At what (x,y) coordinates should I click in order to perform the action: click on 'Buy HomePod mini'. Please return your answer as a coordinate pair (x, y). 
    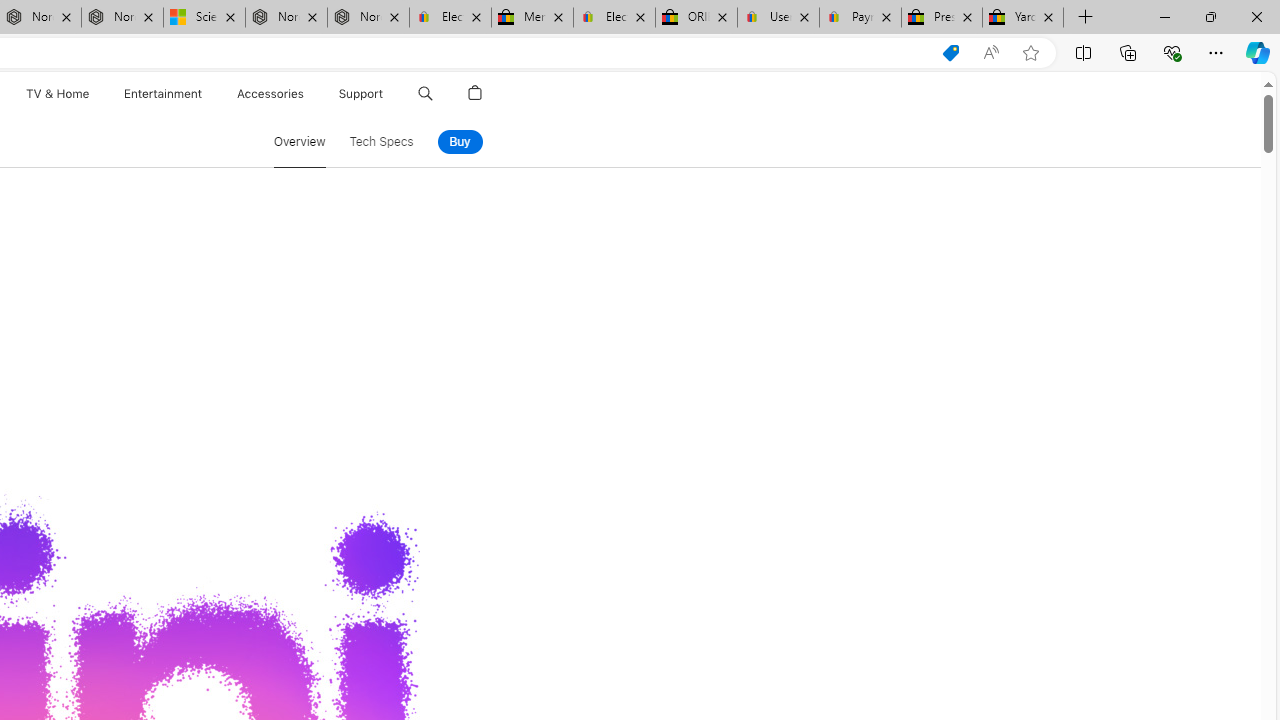
    Looking at the image, I should click on (458, 141).